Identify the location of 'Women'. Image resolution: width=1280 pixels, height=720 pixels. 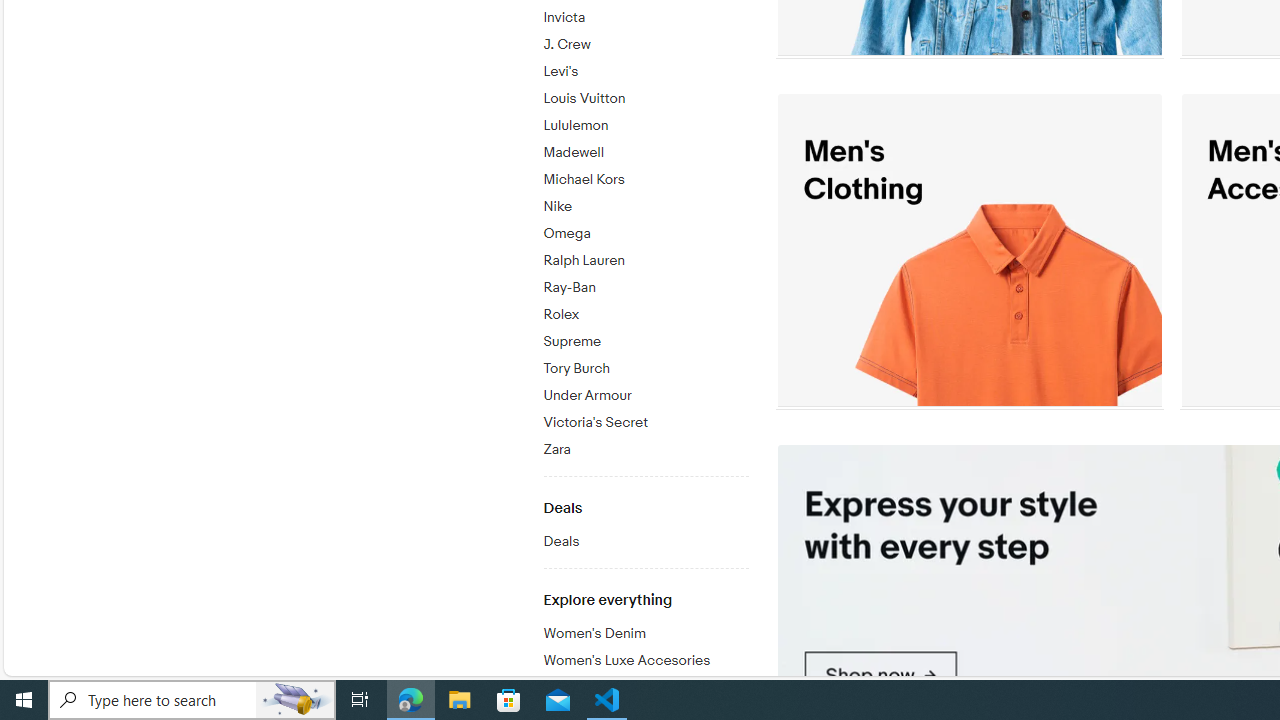
(645, 661).